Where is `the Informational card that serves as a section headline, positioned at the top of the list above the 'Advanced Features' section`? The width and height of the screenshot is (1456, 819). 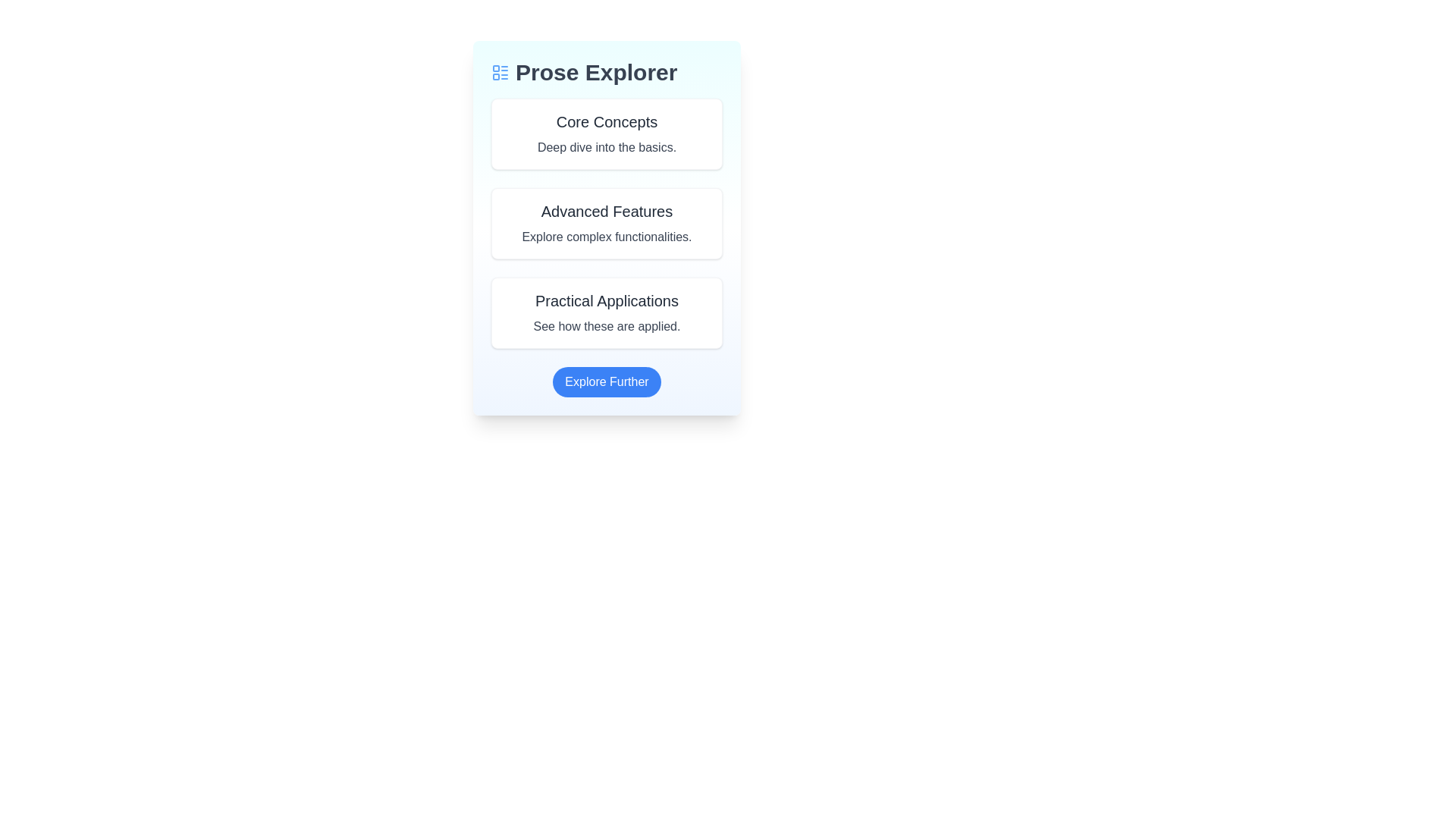
the Informational card that serves as a section headline, positioned at the top of the list above the 'Advanced Features' section is located at coordinates (607, 133).